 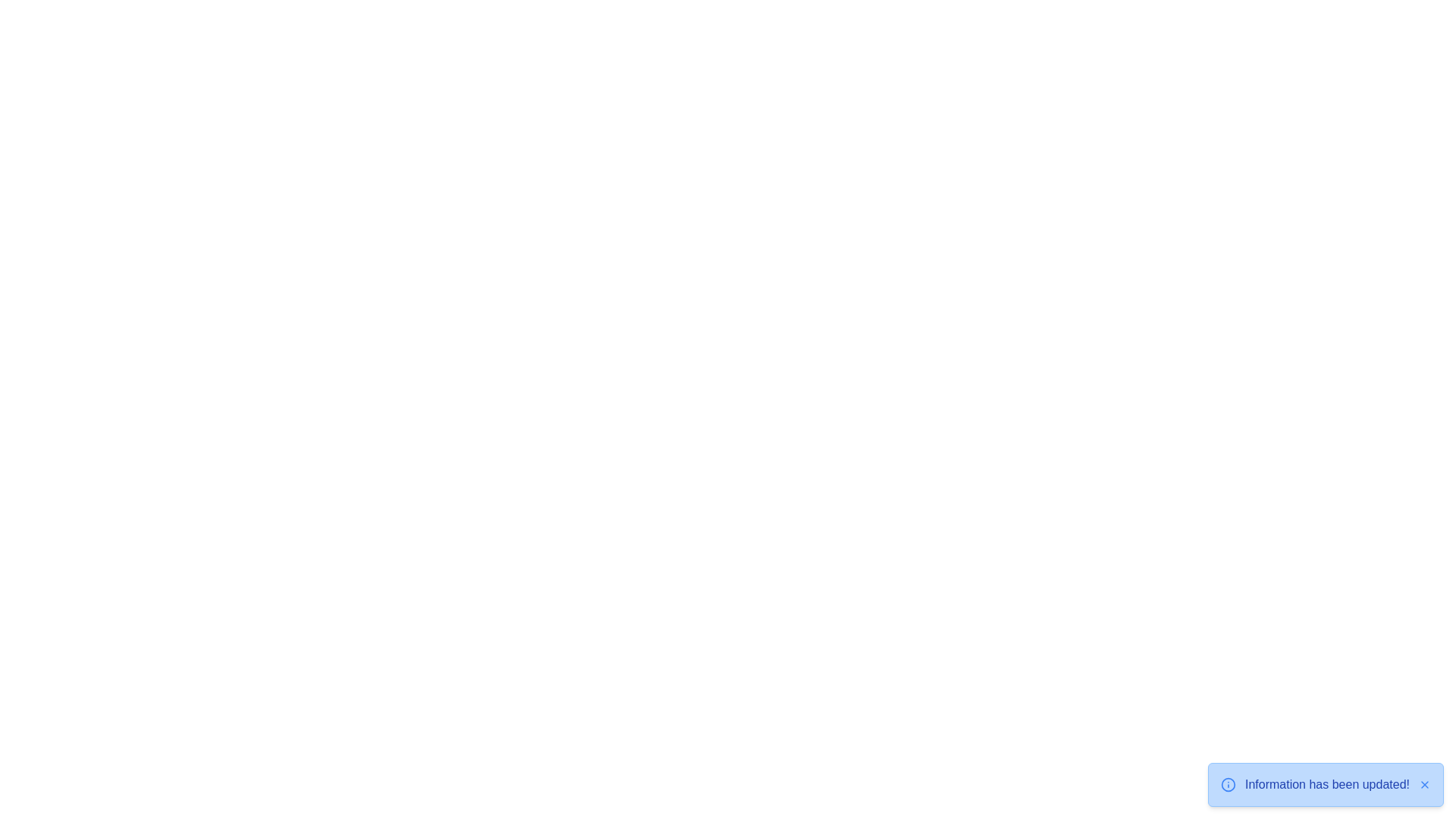 What do you see at coordinates (1228, 784) in the screenshot?
I see `the informational icon in the snackbar` at bounding box center [1228, 784].